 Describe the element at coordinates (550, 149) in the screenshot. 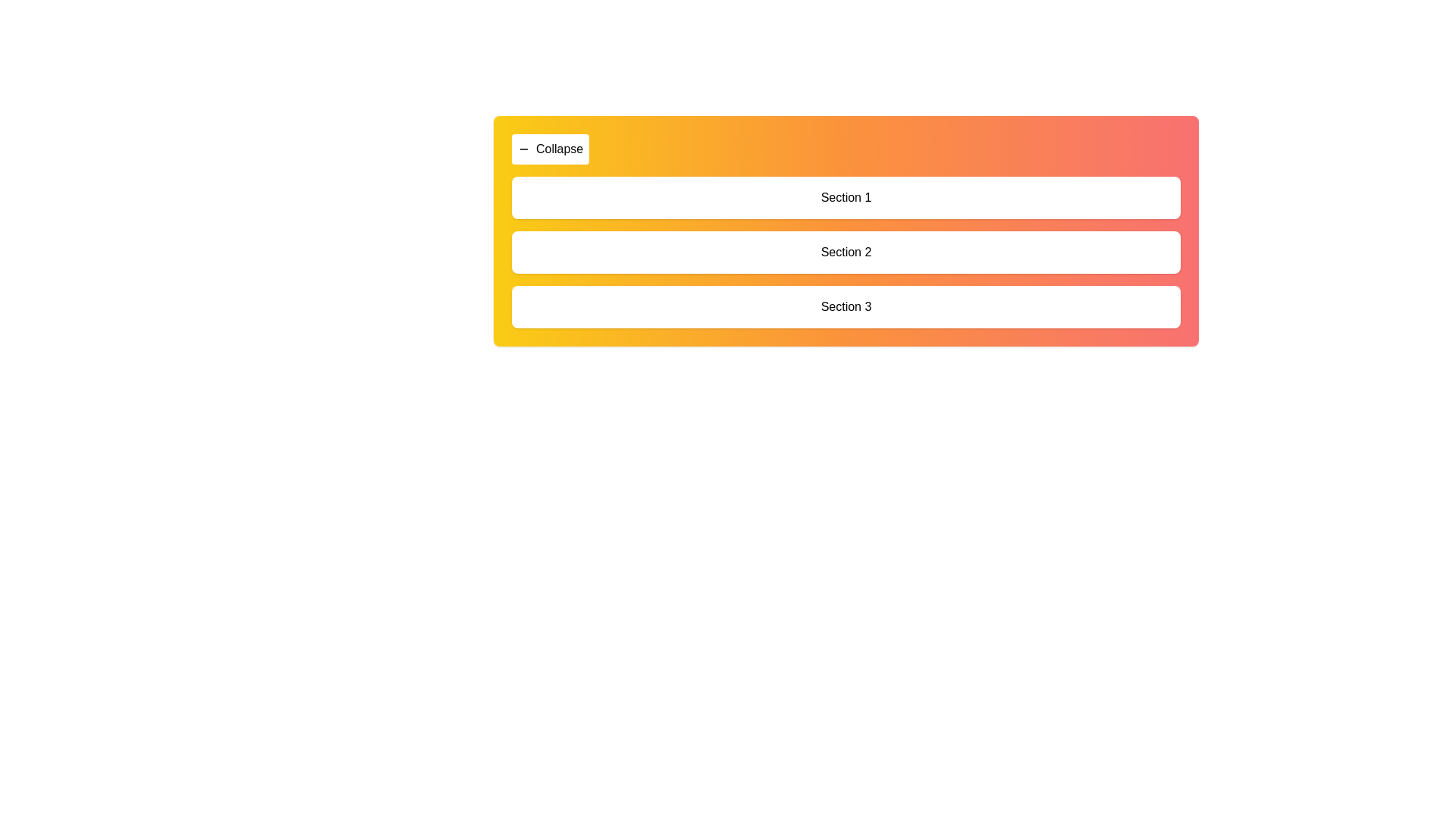

I see `the button with rounded edges, white background, black text, and a minus icon labeled 'Collapse'` at that location.